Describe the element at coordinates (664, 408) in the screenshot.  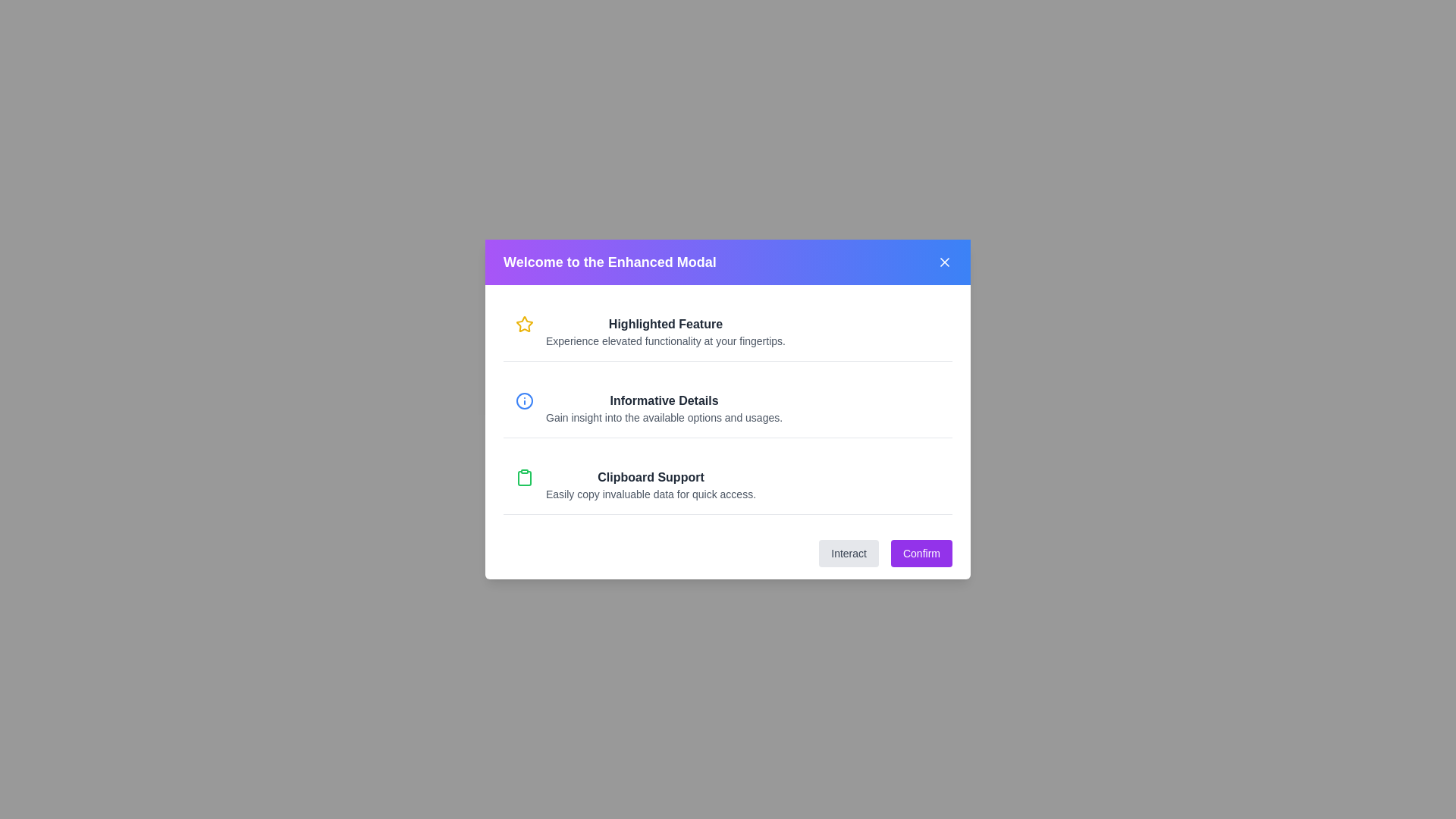
I see `the Text block located in the middle of the modal dialog box, specifically the second option in the vertical list, which provides detailed information about a feature or topic` at that location.